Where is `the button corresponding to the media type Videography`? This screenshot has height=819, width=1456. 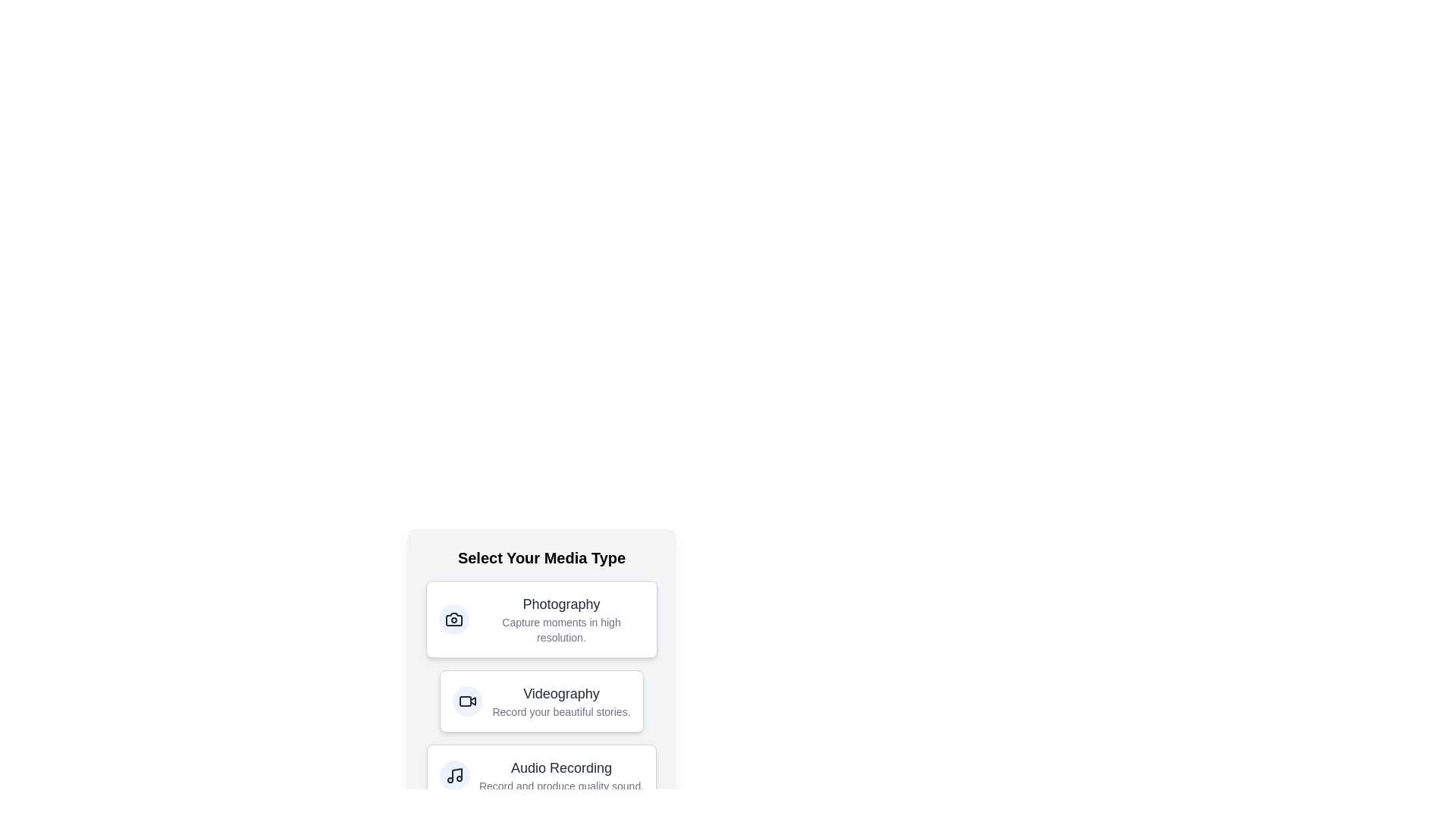
the button corresponding to the media type Videography is located at coordinates (541, 701).